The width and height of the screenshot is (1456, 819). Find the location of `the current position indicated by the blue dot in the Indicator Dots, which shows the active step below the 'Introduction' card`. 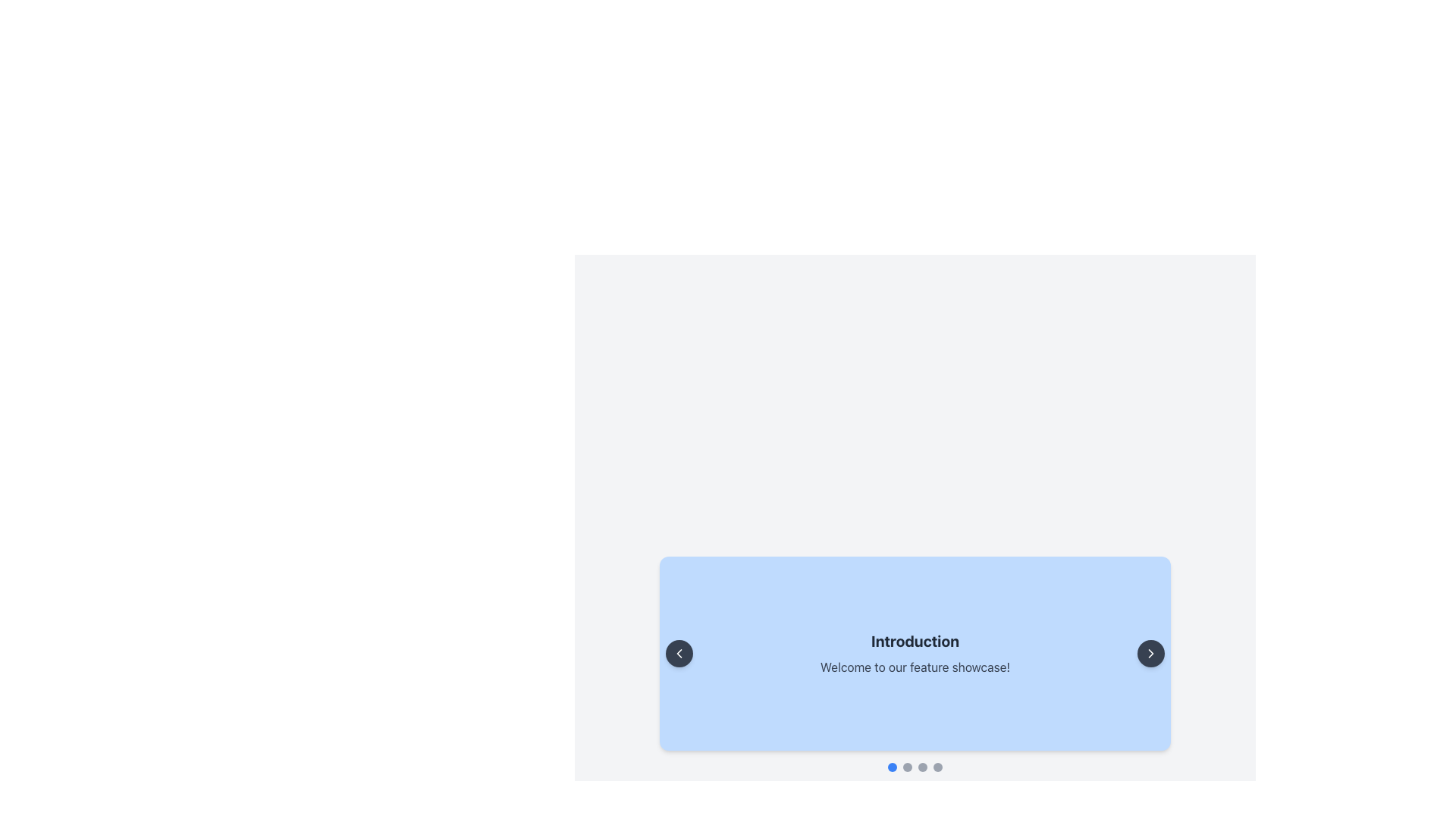

the current position indicated by the blue dot in the Indicator Dots, which shows the active step below the 'Introduction' card is located at coordinates (914, 767).